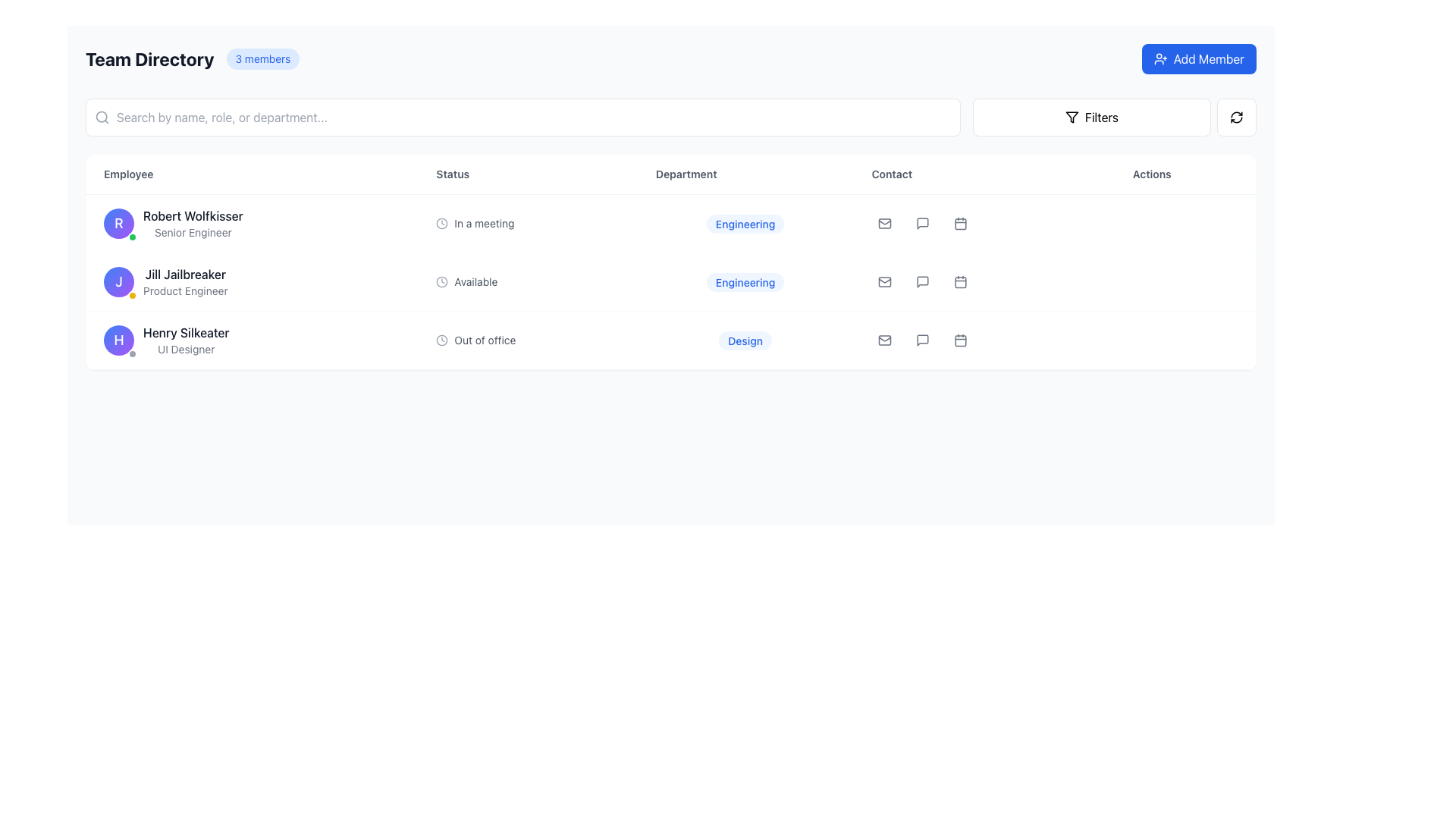  Describe the element at coordinates (959, 340) in the screenshot. I see `the calendar icon located in the 'Actions' column in the last row of the table associated with the employee 'Henry Silkeater' to invoke its calendar-related function` at that location.